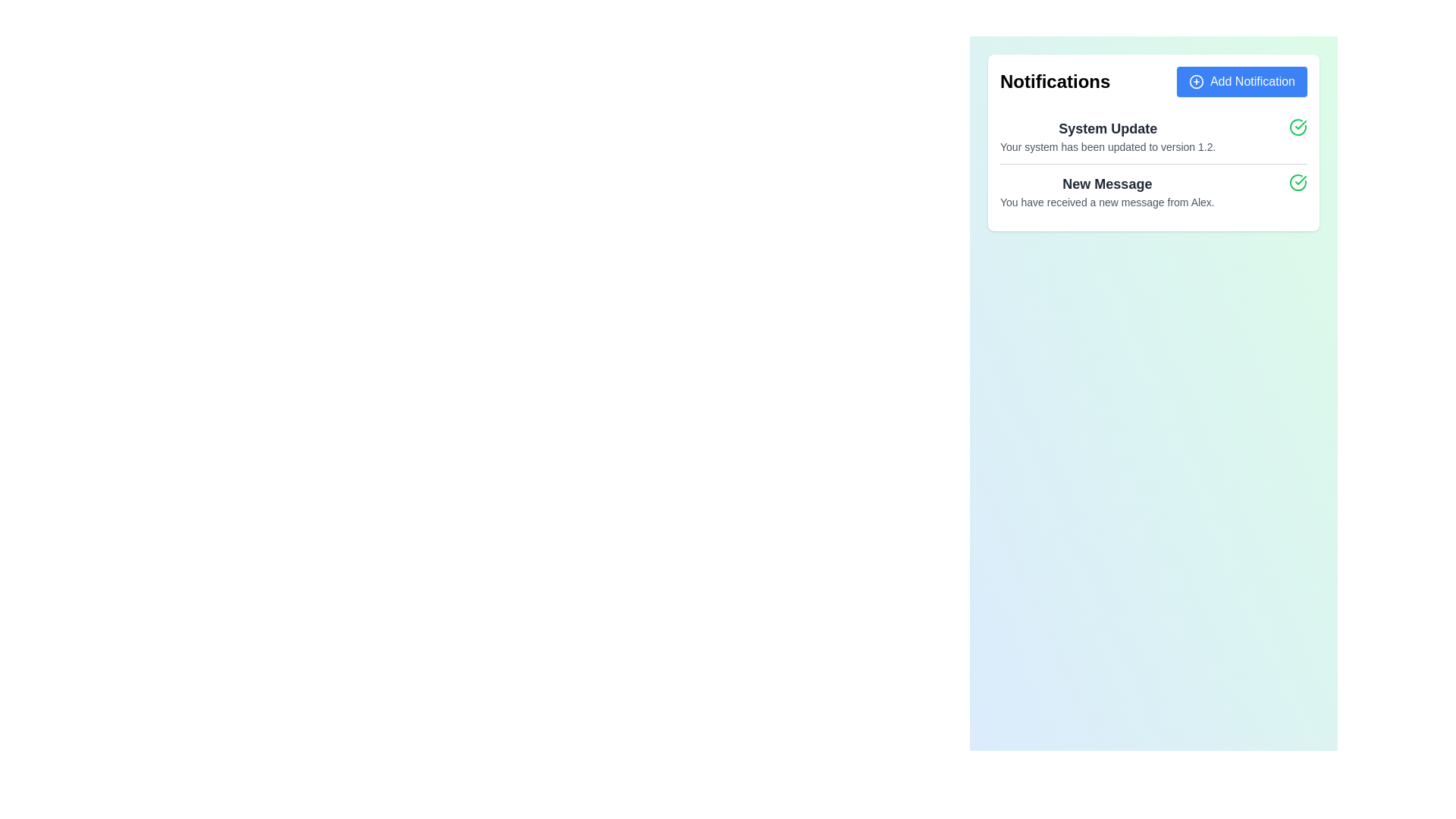  What do you see at coordinates (1298, 181) in the screenshot?
I see `the circular confirmation icon with a green checkmark located at the far-right side of the row containing the 'New Message' notification to acknowledge it` at bounding box center [1298, 181].